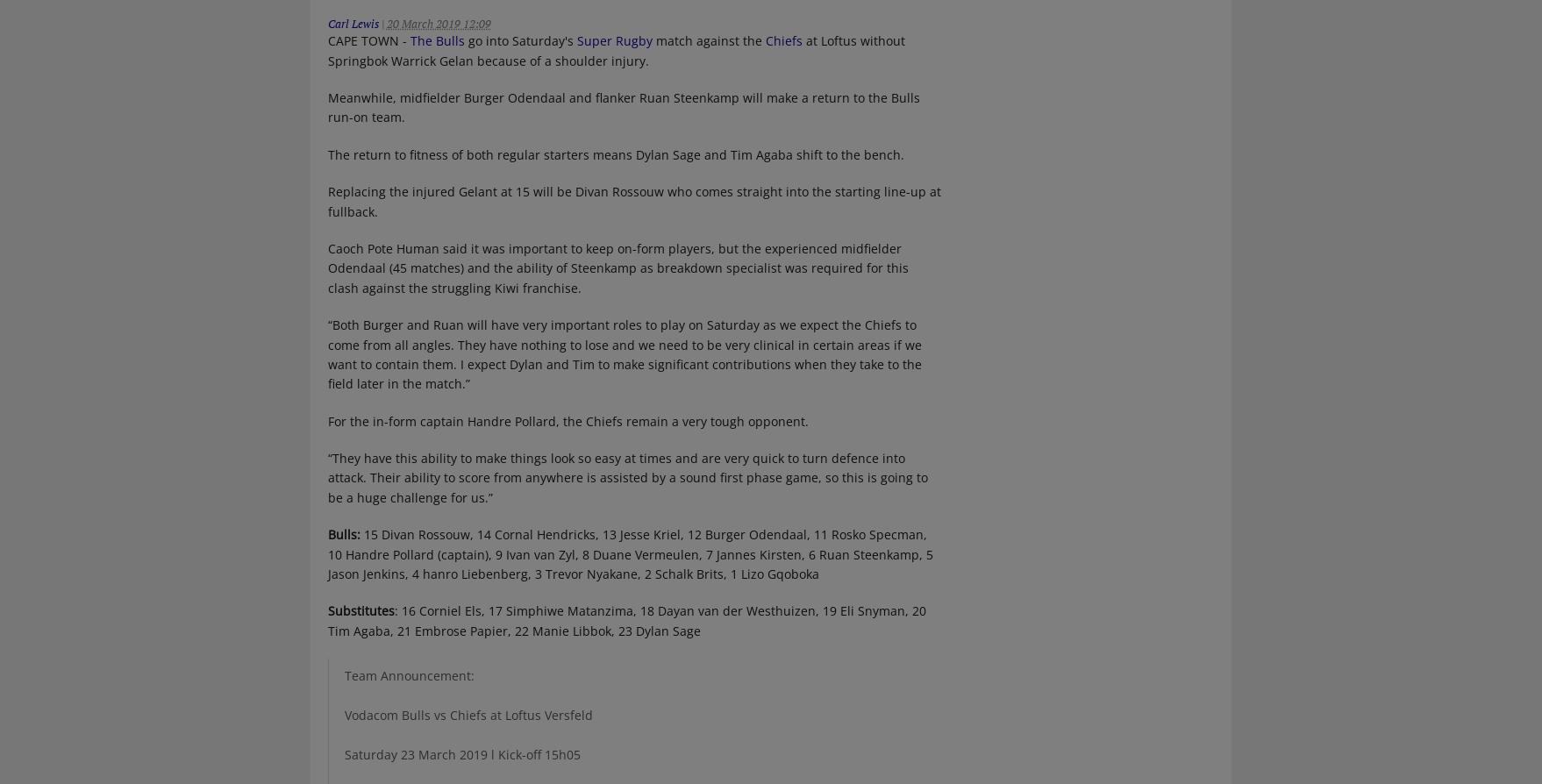 Image resolution: width=1542 pixels, height=784 pixels. What do you see at coordinates (763, 40) in the screenshot?
I see `'Chiefs'` at bounding box center [763, 40].